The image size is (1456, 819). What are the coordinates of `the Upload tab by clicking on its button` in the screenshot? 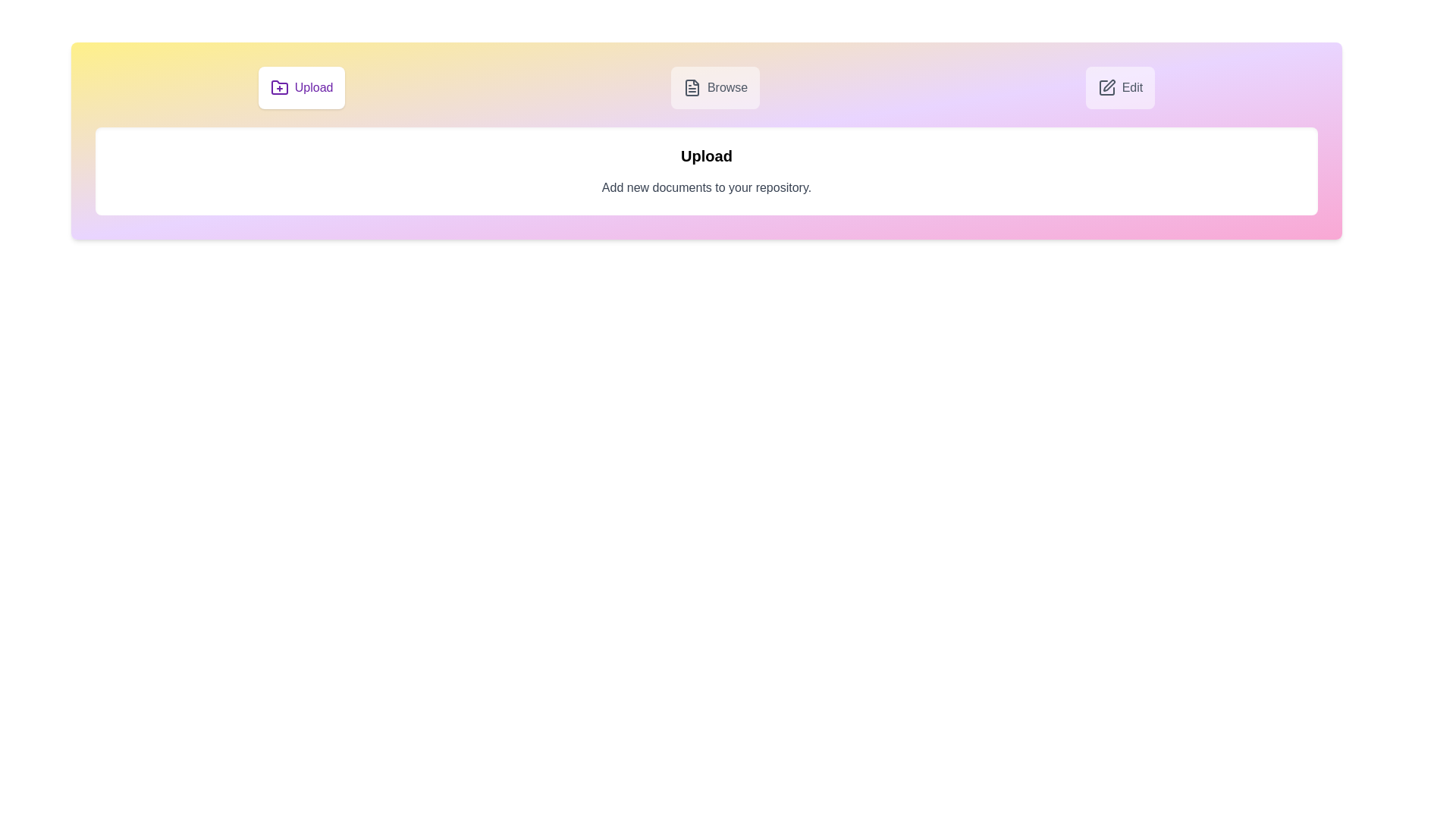 It's located at (302, 87).